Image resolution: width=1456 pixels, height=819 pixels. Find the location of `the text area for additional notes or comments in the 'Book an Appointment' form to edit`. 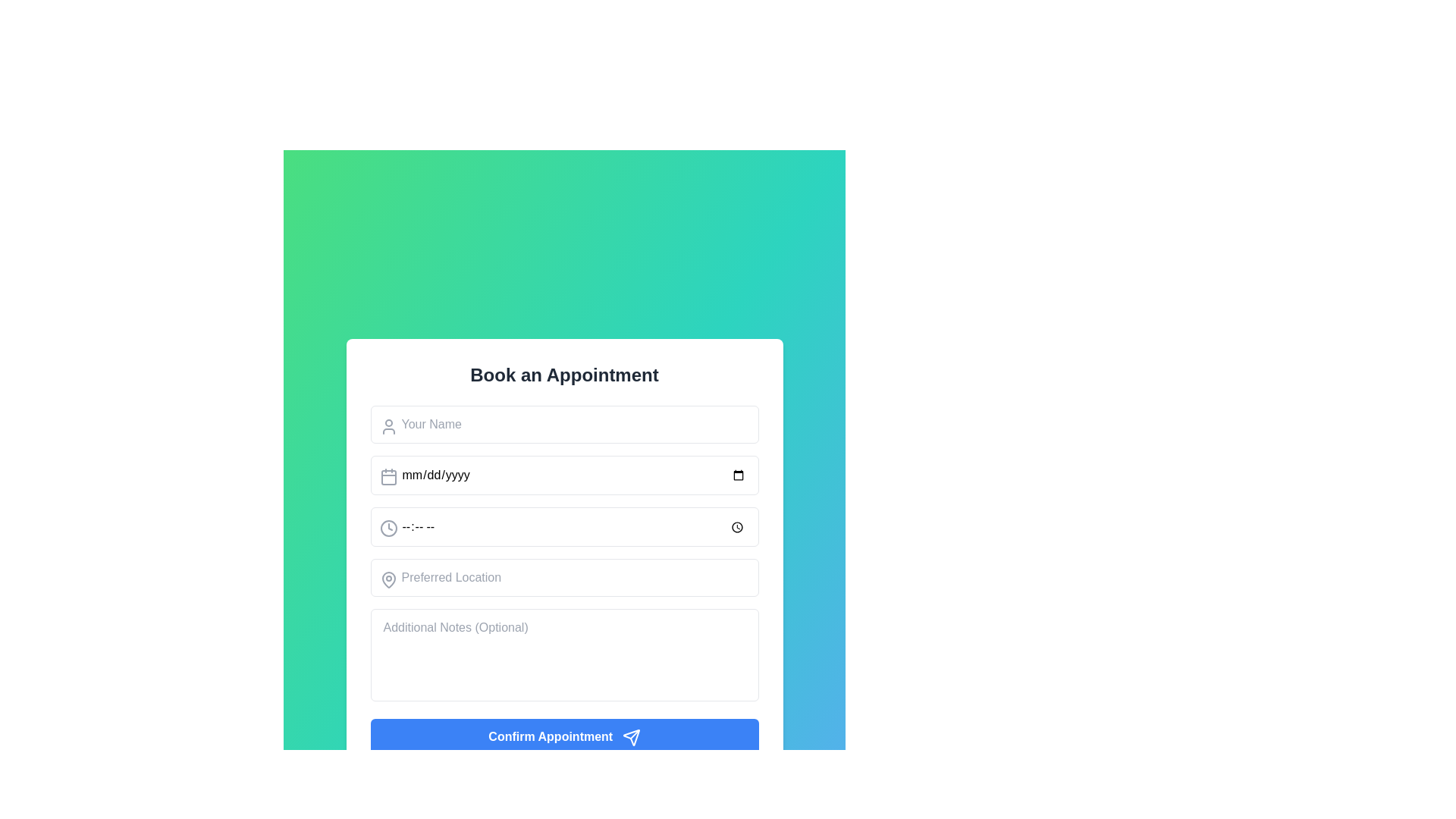

the text area for additional notes or comments in the 'Book an Appointment' form to edit is located at coordinates (563, 654).